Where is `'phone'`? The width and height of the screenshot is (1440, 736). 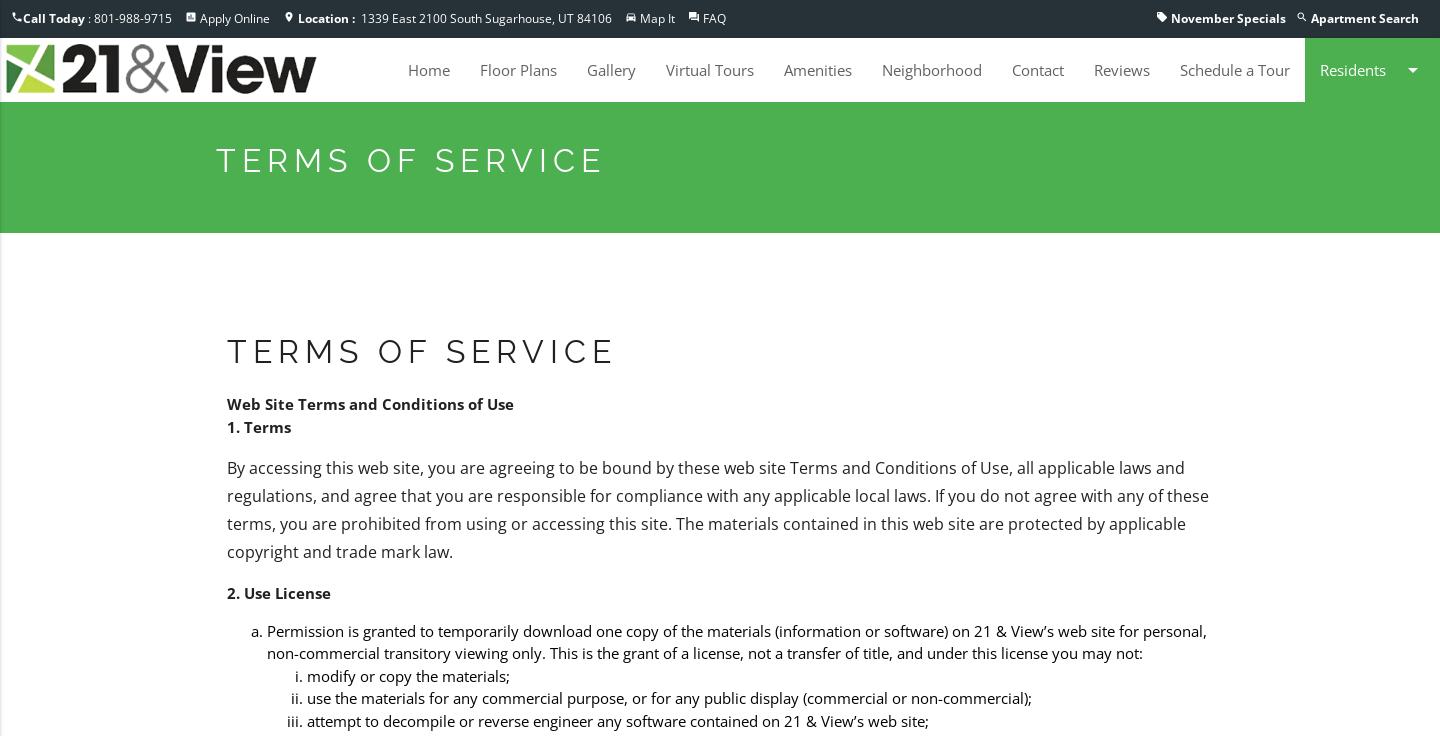
'phone' is located at coordinates (15, 16).